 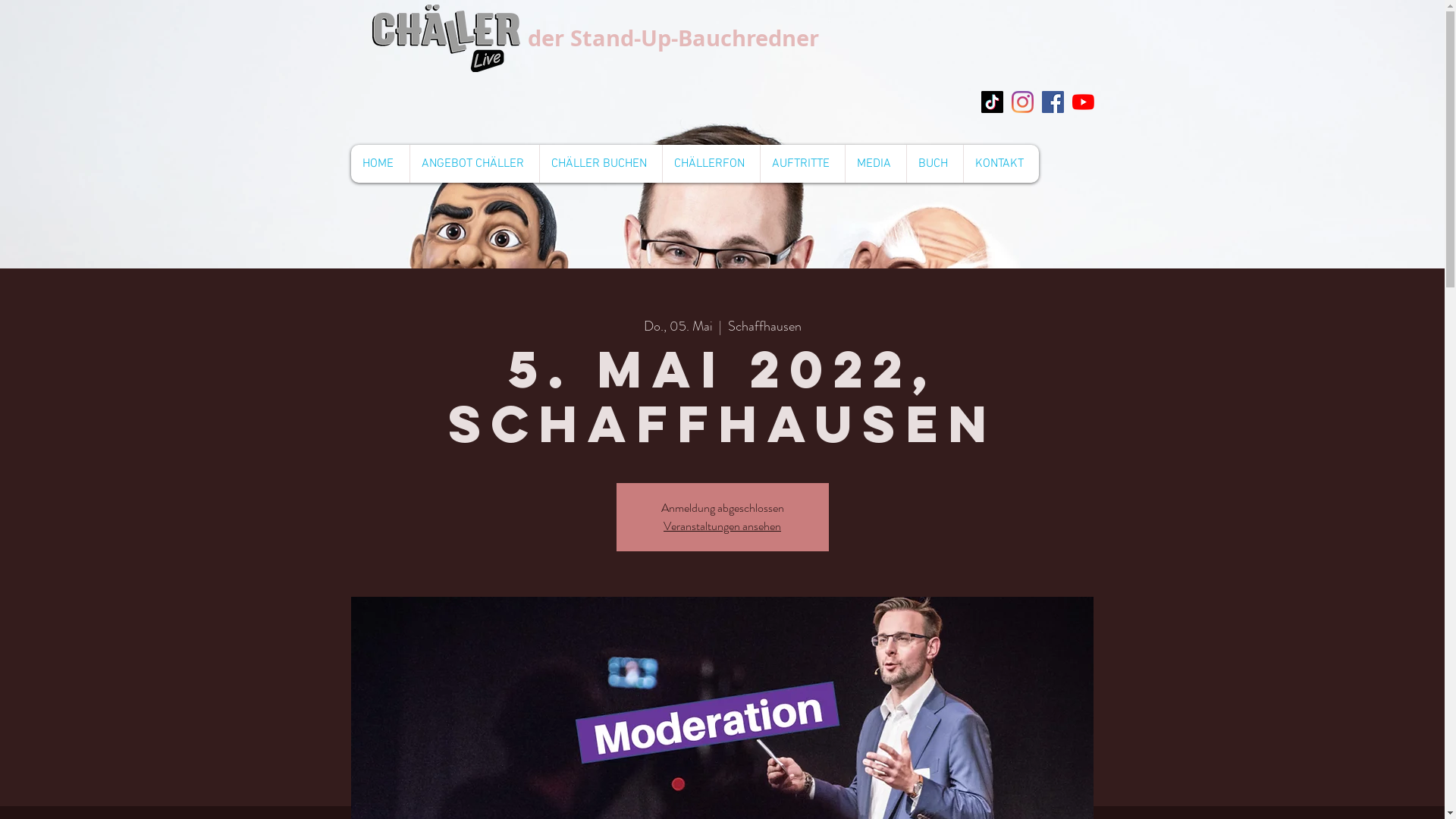 What do you see at coordinates (875, 164) in the screenshot?
I see `'MEDIA'` at bounding box center [875, 164].